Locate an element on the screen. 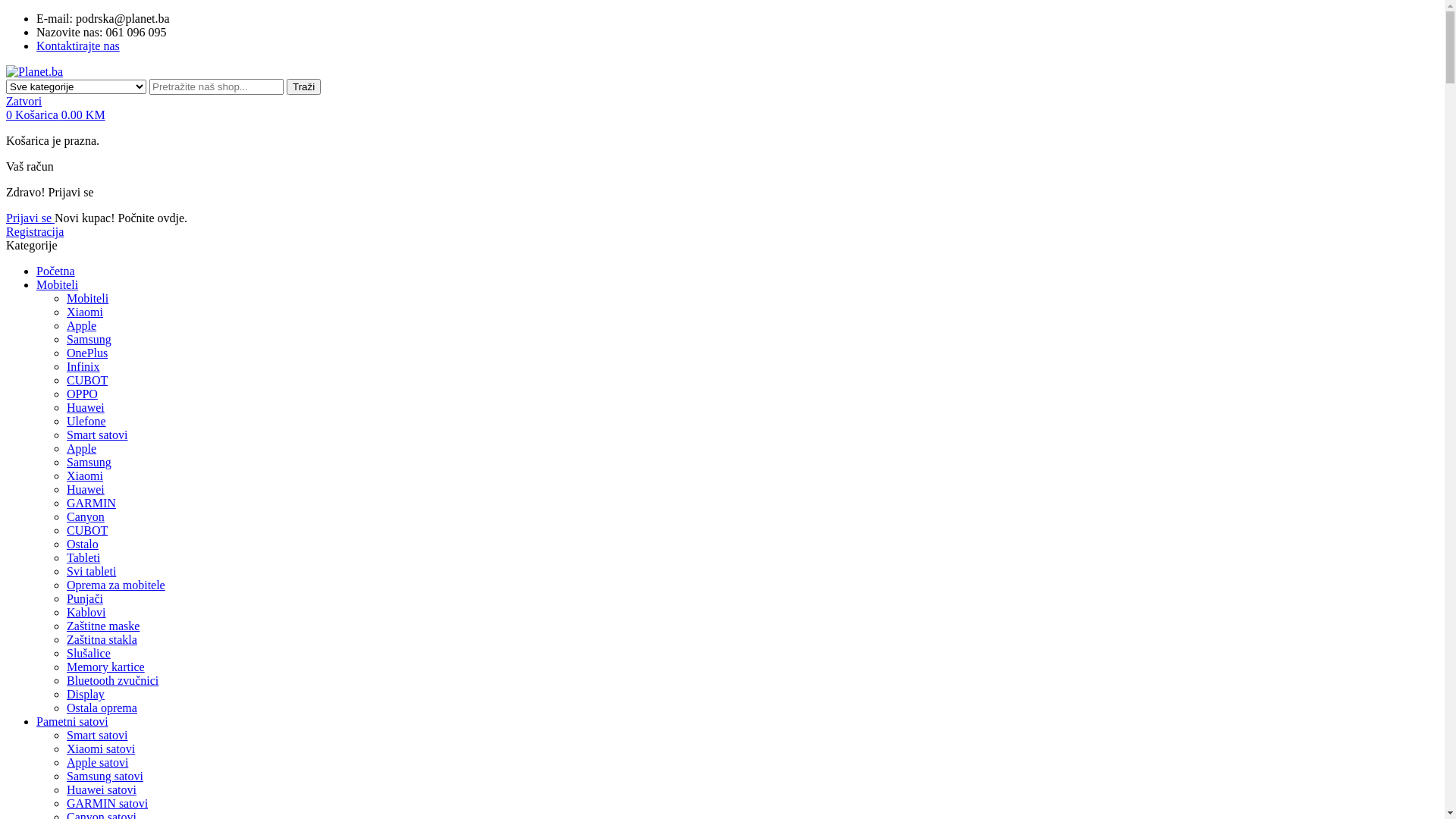  'Ulefone' is located at coordinates (86, 421).